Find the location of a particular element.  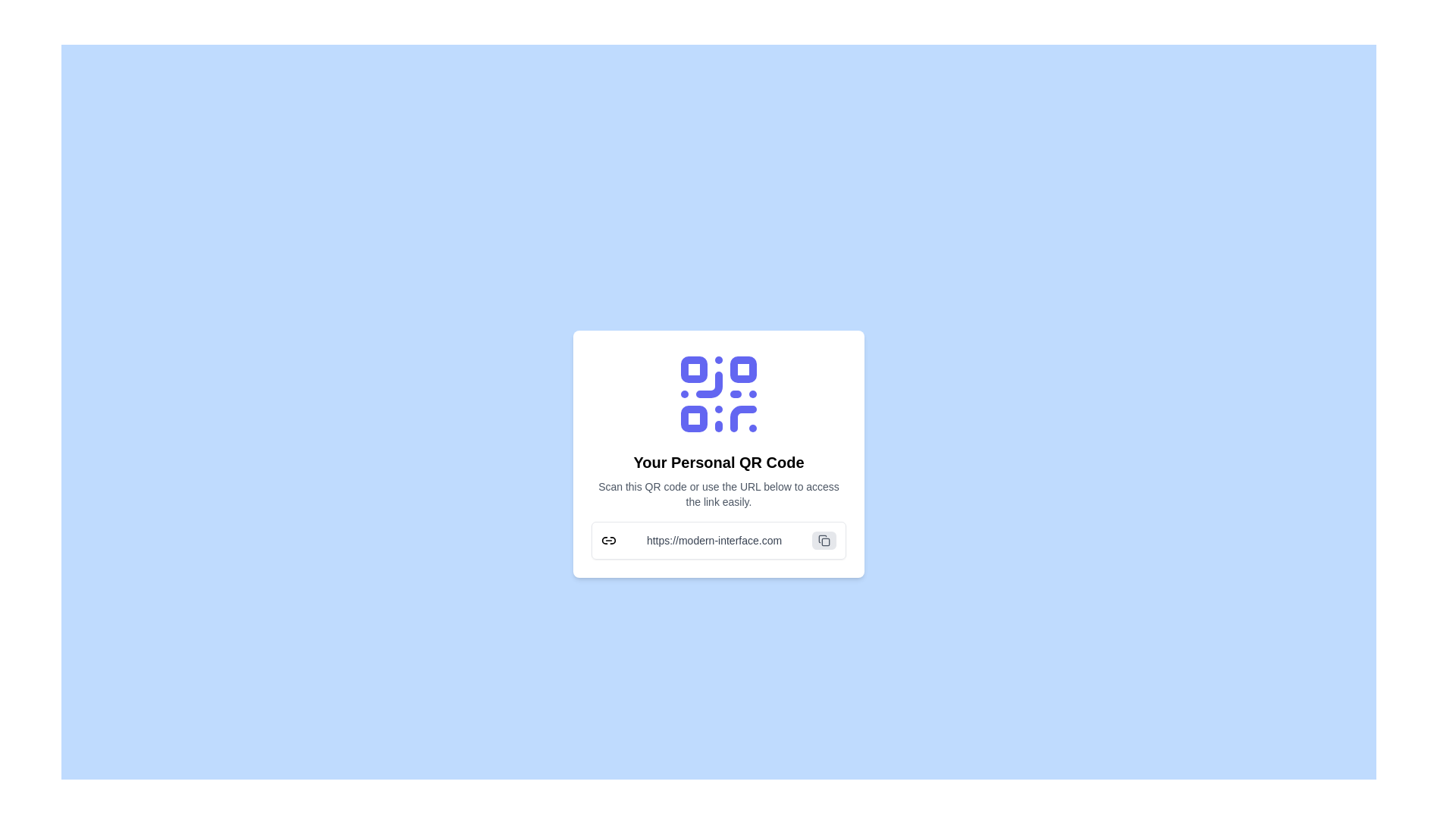

the copy-to-clipboard icon button located at the rightmost end of the rounded rectangle containing the URL link is located at coordinates (823, 540).